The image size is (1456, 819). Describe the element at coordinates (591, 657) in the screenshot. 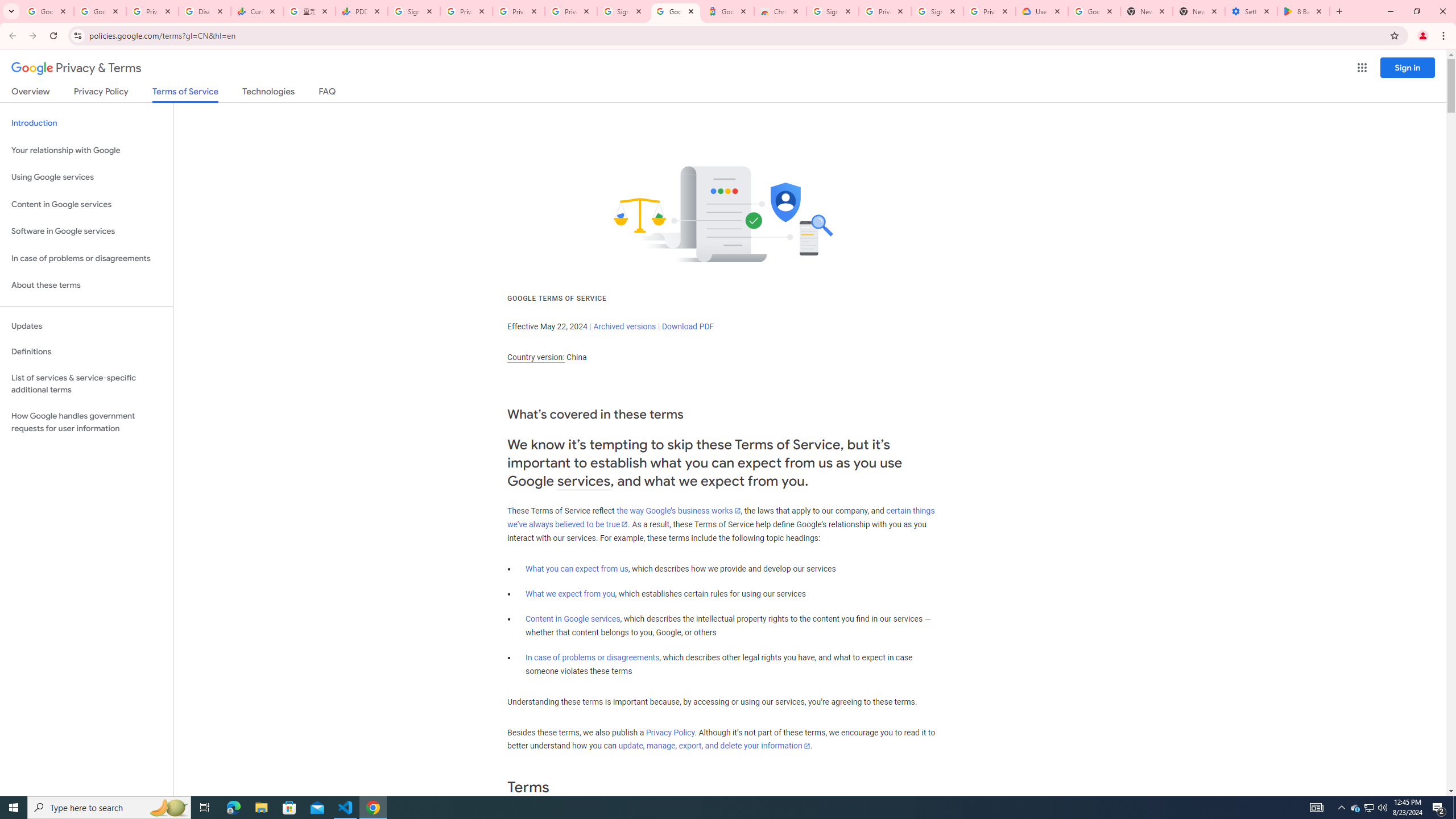

I see `'In case of problems or disagreements'` at that location.